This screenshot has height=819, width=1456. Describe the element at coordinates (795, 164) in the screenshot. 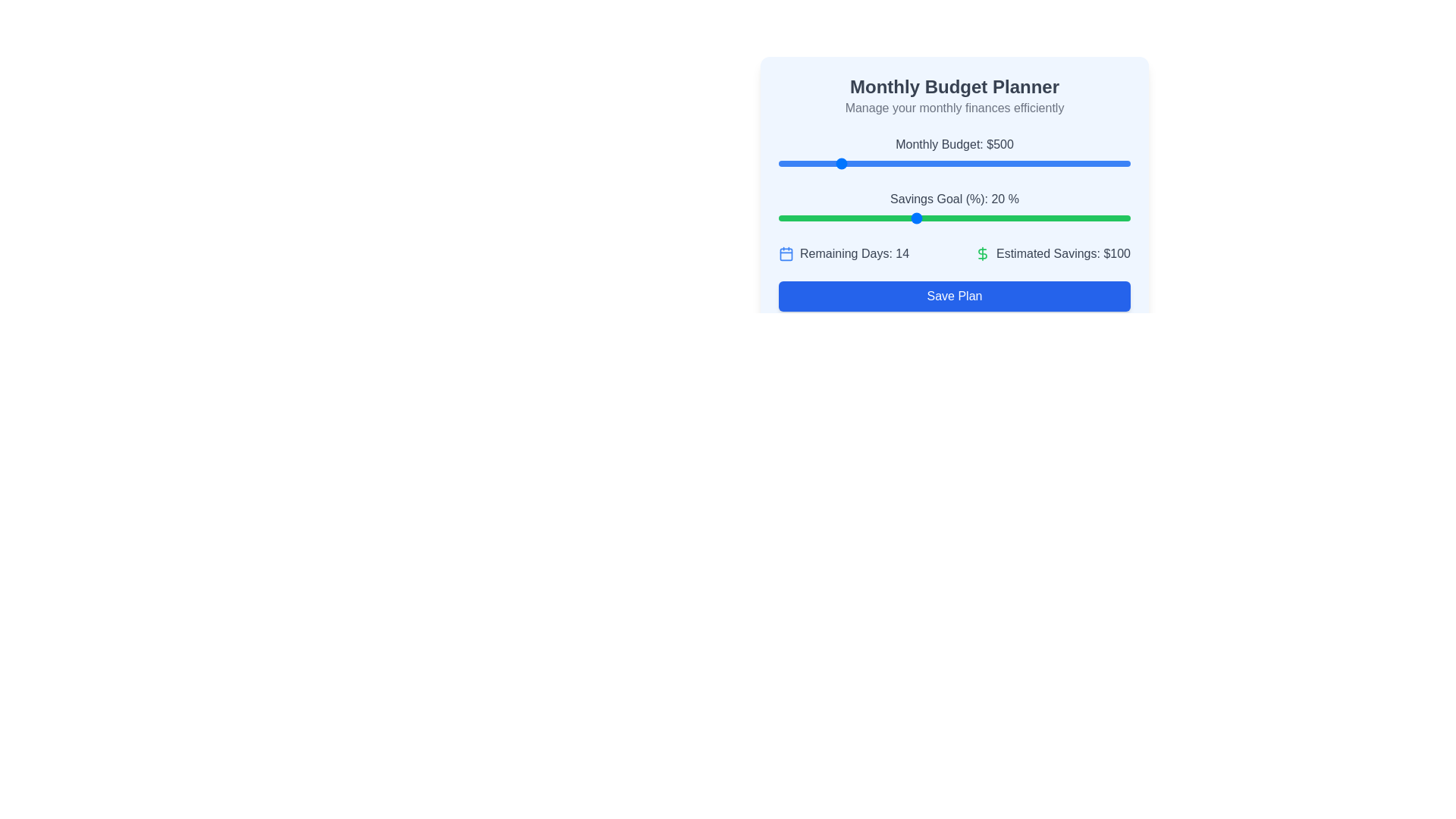

I see `the budget` at that location.